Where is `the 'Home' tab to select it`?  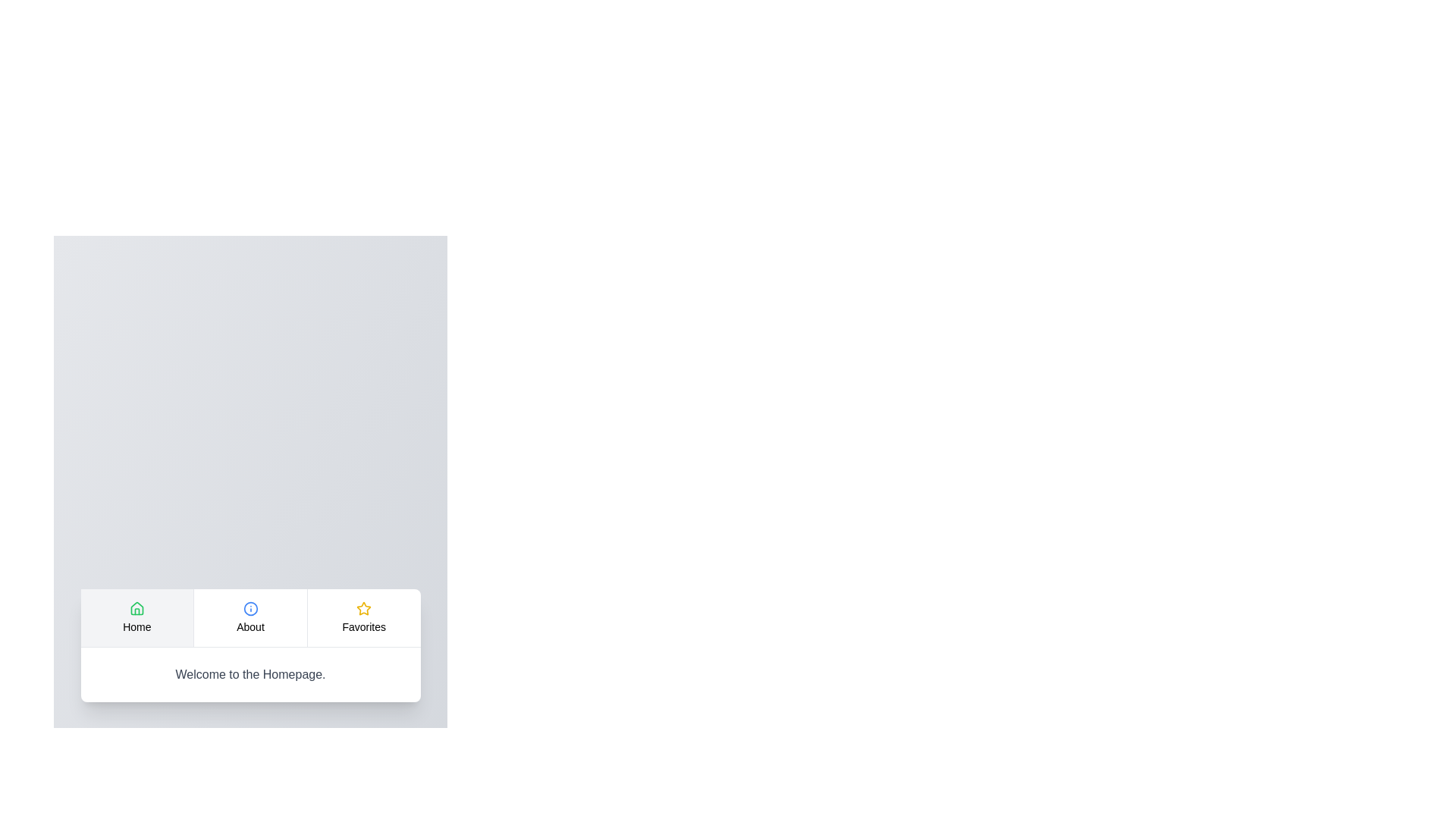 the 'Home' tab to select it is located at coordinates (136, 617).